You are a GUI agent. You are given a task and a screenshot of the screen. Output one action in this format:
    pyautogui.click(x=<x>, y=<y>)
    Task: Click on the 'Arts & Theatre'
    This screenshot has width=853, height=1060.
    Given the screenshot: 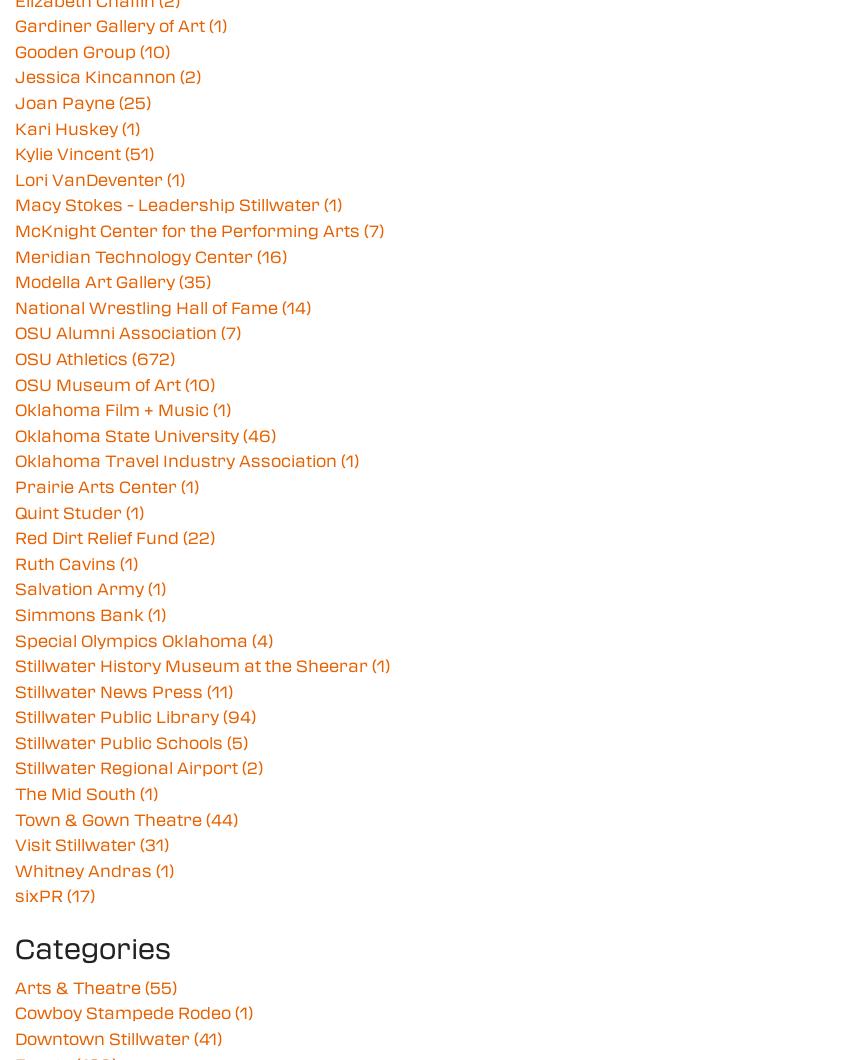 What is the action you would take?
    pyautogui.click(x=79, y=985)
    